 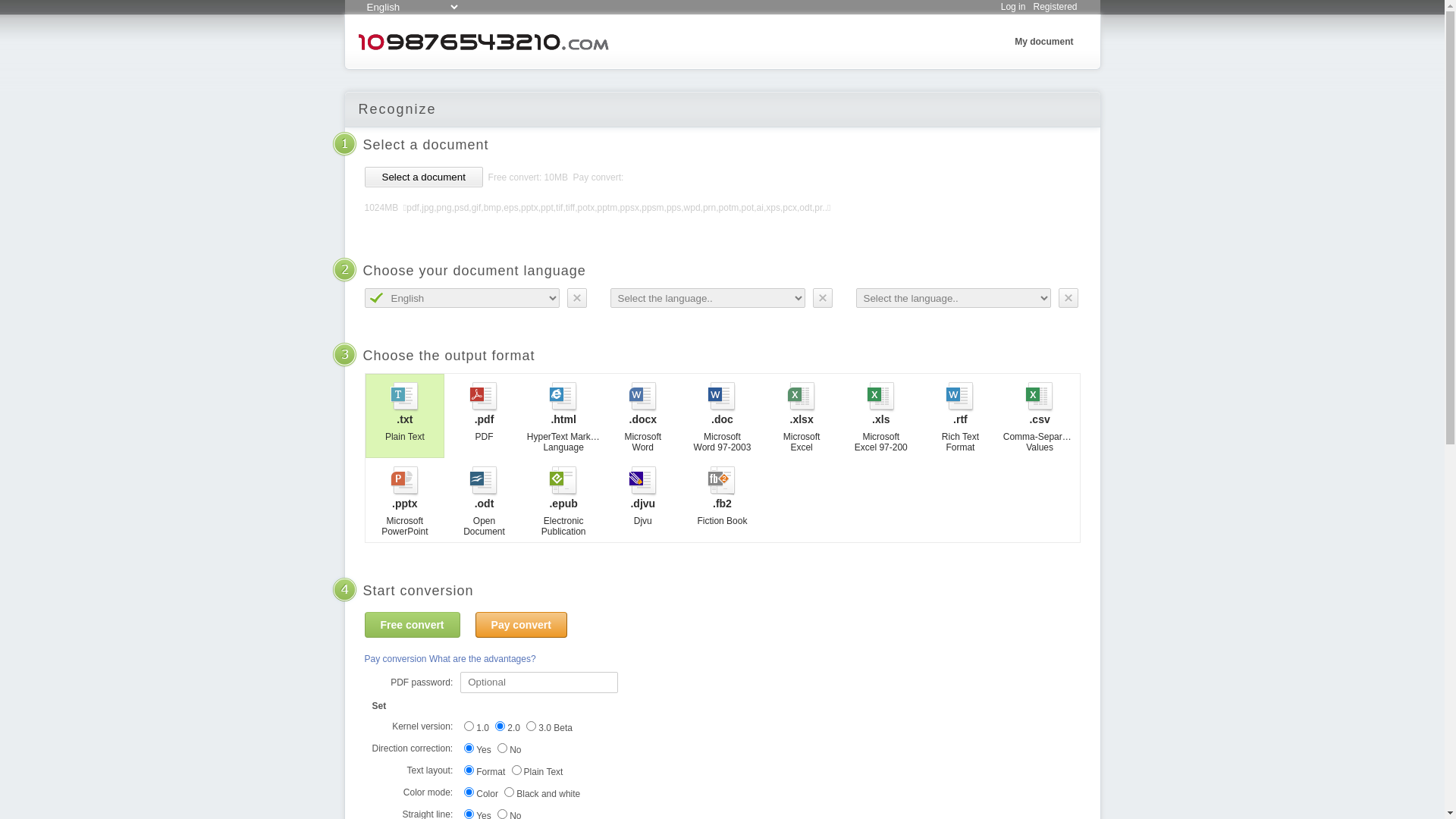 What do you see at coordinates (483, 416) in the screenshot?
I see `'.pdf` at bounding box center [483, 416].